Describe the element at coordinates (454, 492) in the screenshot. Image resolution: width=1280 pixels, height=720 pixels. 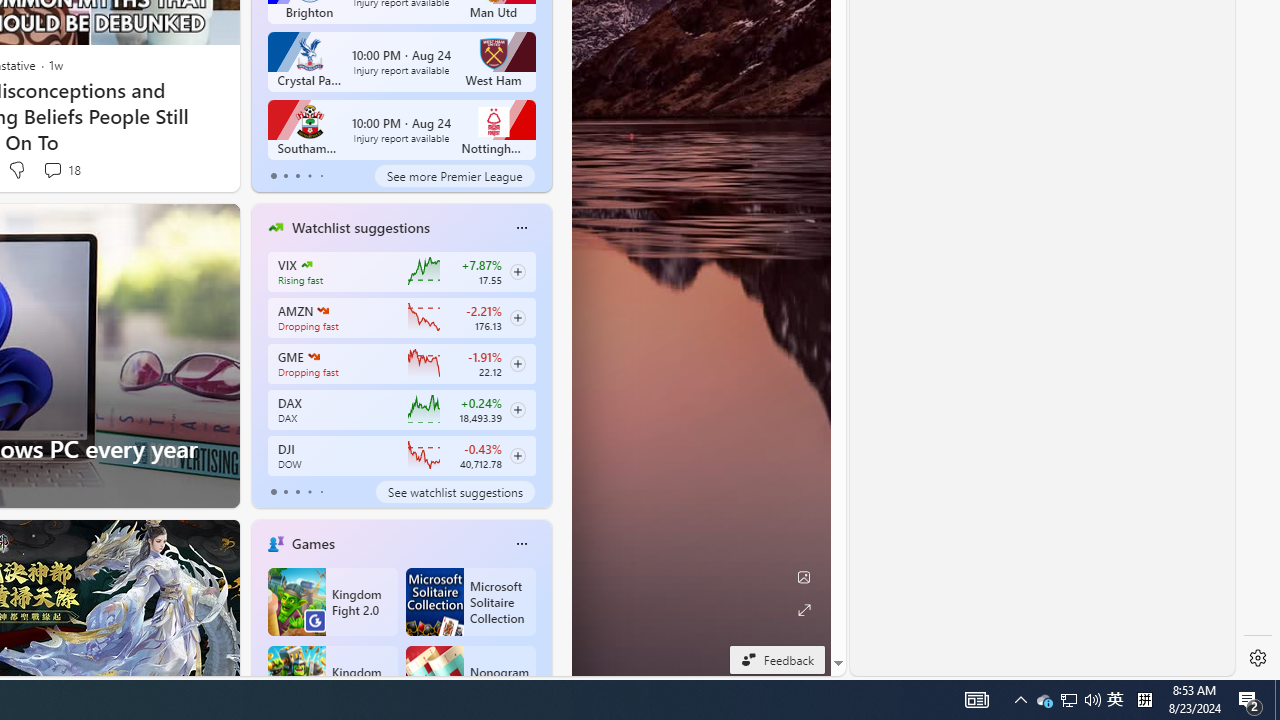
I see `'See watchlist suggestions'` at that location.